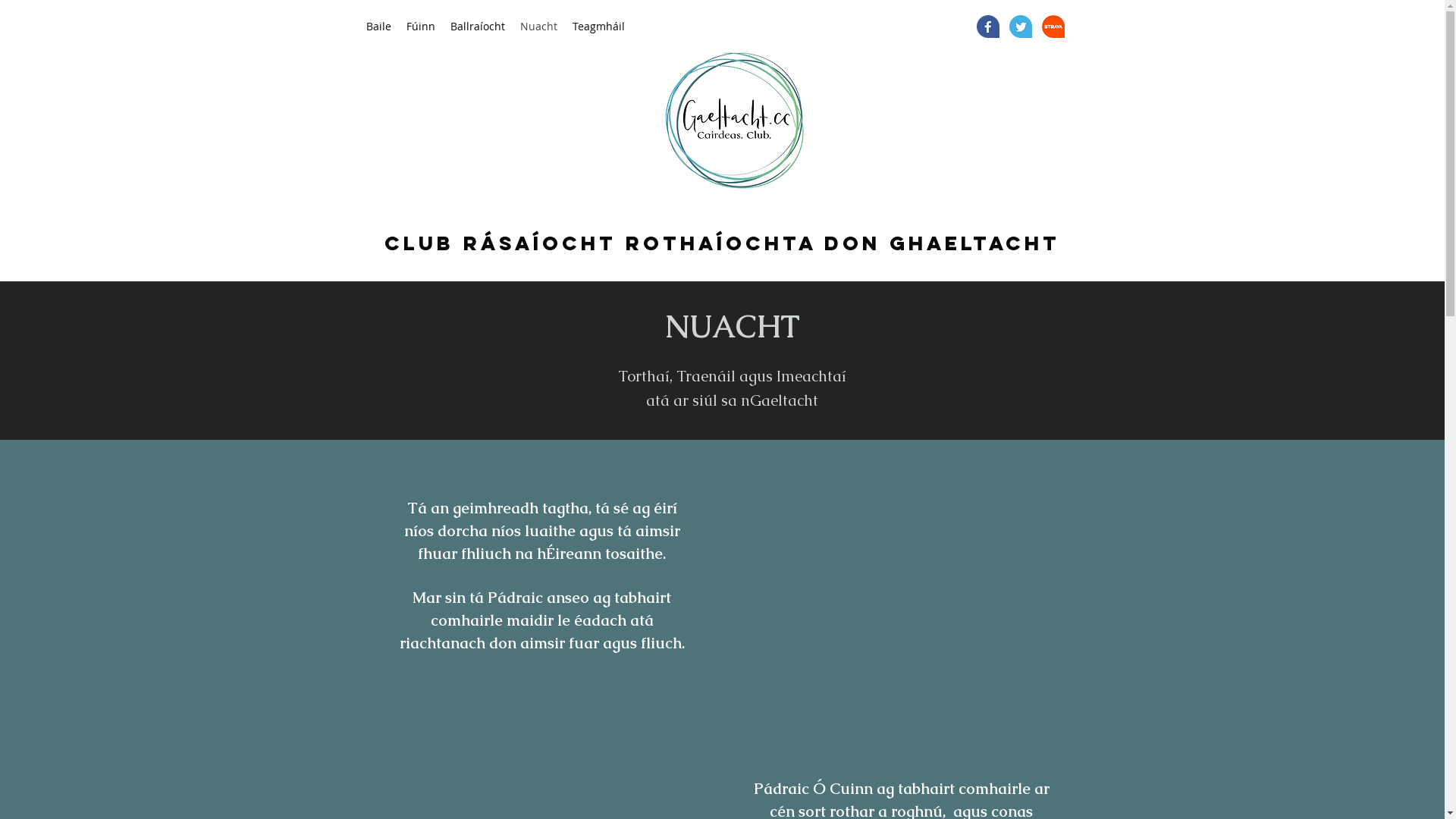 This screenshot has height=819, width=1456. I want to click on 'Baile', so click(378, 26).